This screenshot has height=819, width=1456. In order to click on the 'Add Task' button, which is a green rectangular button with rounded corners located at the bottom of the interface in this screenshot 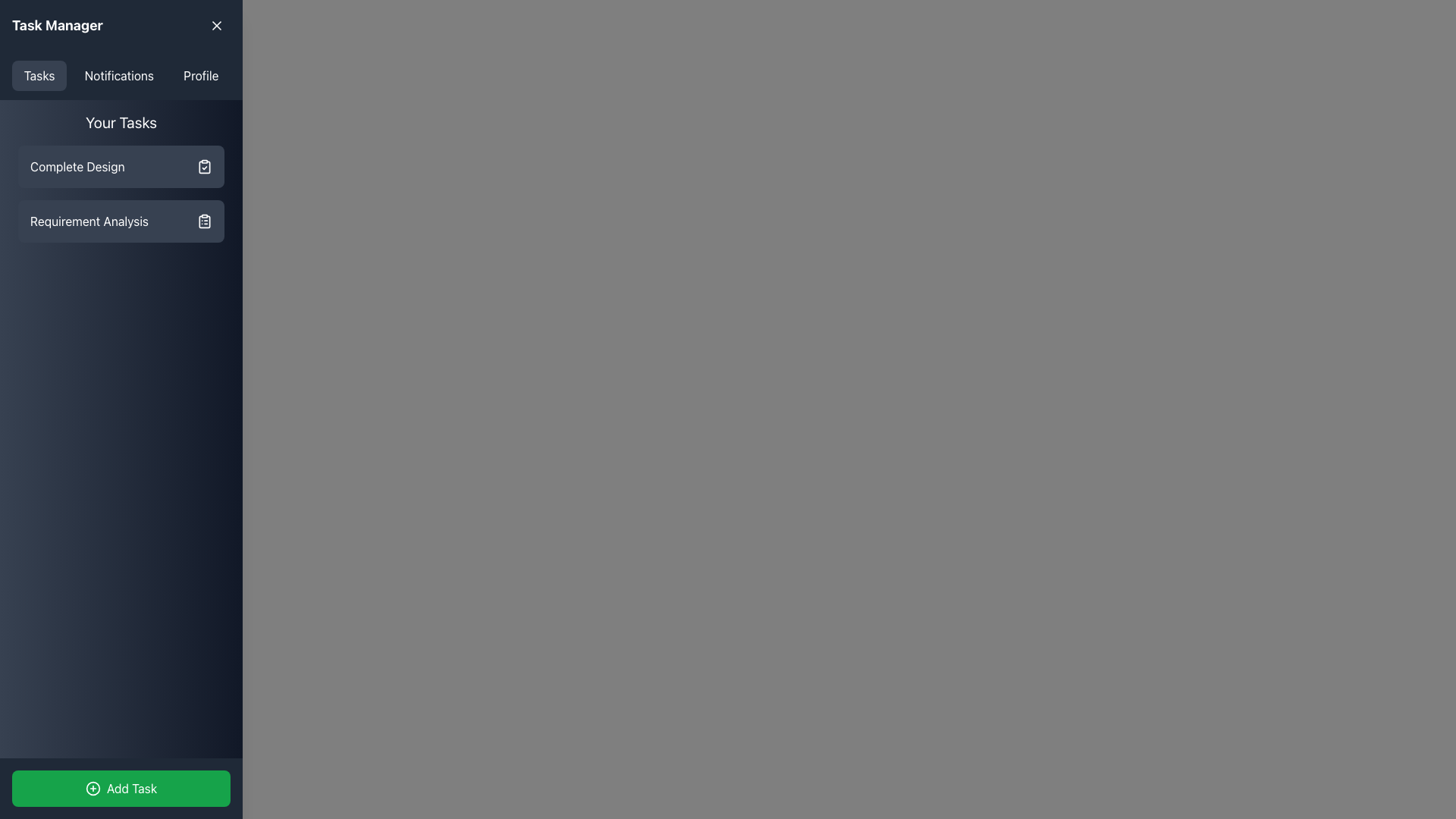, I will do `click(131, 788)`.